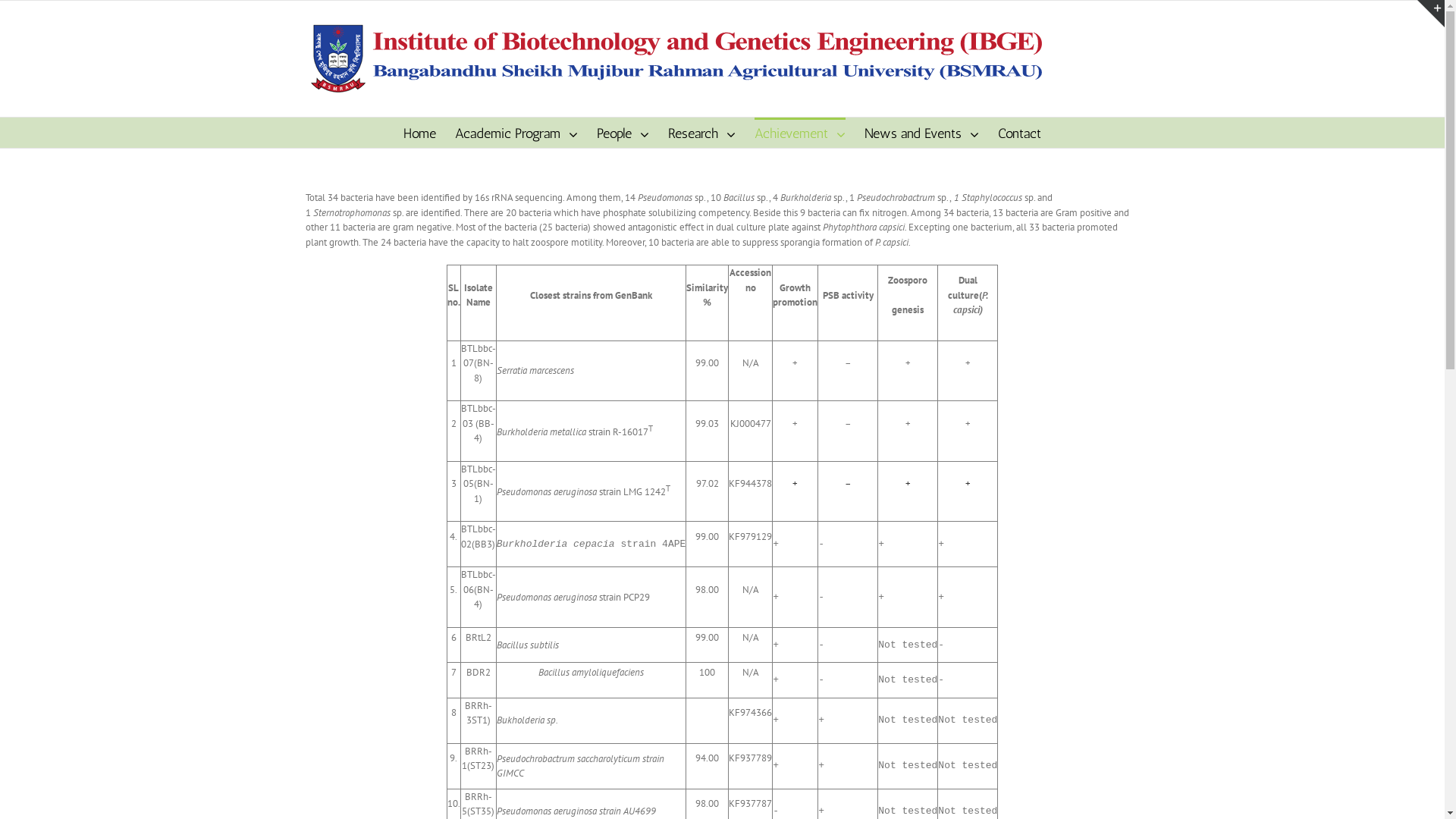 The width and height of the screenshot is (1456, 819). Describe the element at coordinates (623, 131) in the screenshot. I see `'People'` at that location.